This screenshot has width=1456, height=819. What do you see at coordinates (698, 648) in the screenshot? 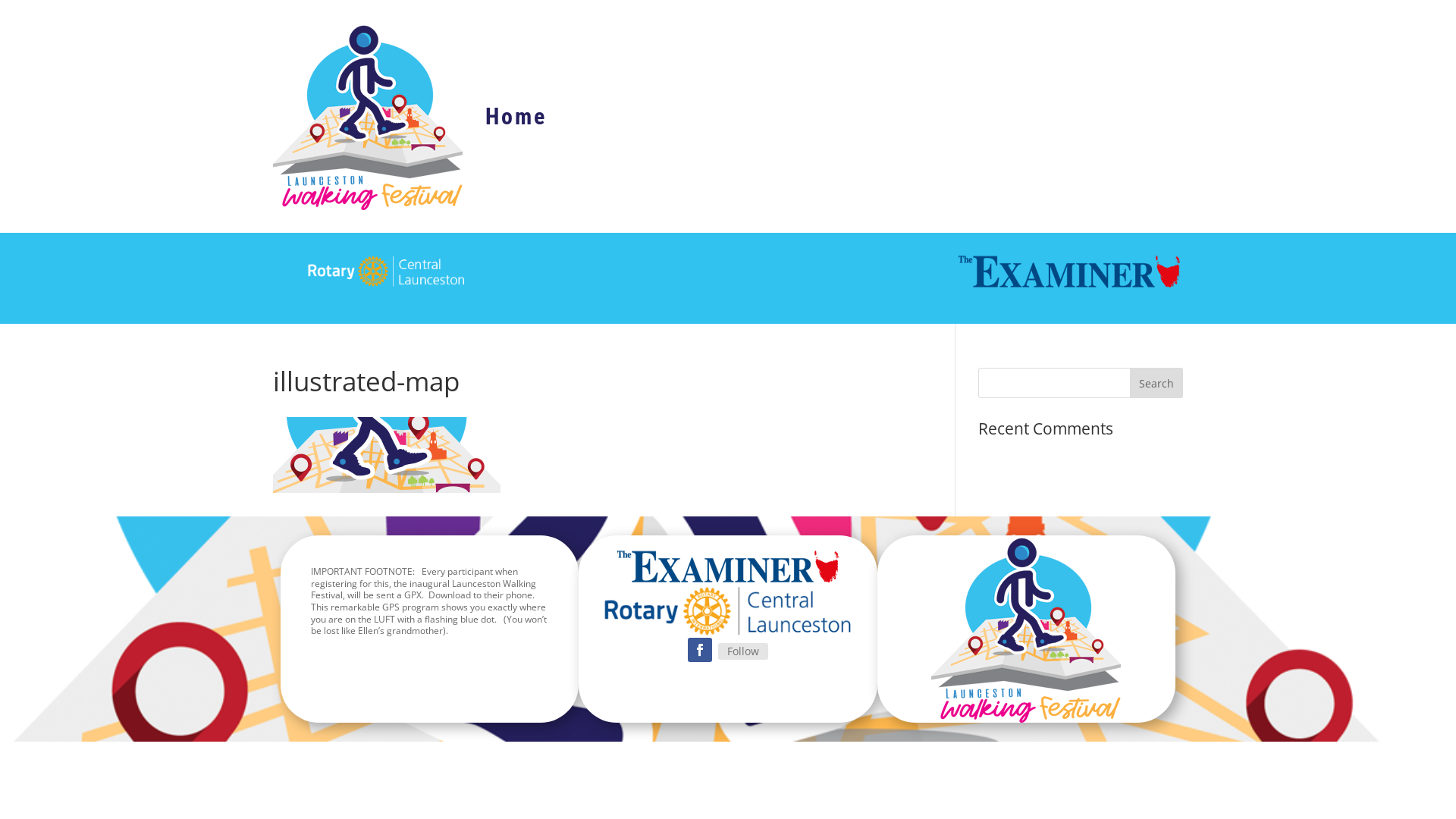
I see `'Follow on Facebook'` at bounding box center [698, 648].